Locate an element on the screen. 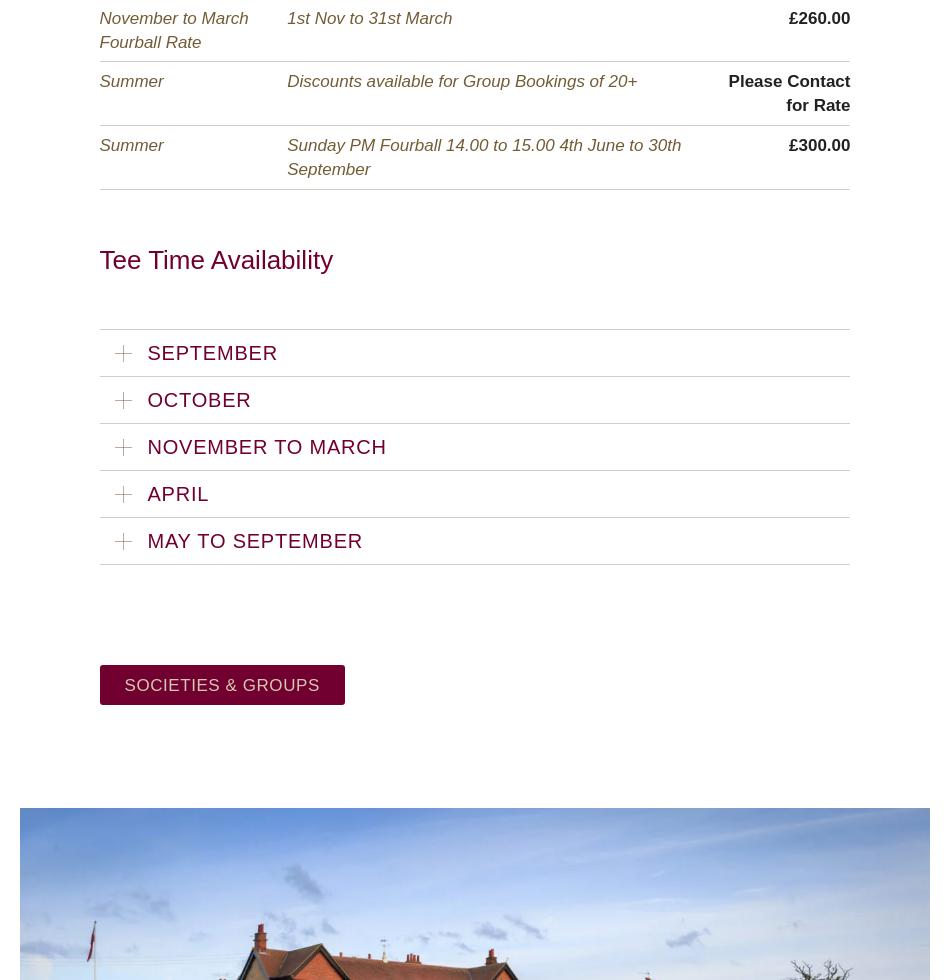 Image resolution: width=950 pixels, height=980 pixels. 'Please Contact for Rate' is located at coordinates (787, 93).